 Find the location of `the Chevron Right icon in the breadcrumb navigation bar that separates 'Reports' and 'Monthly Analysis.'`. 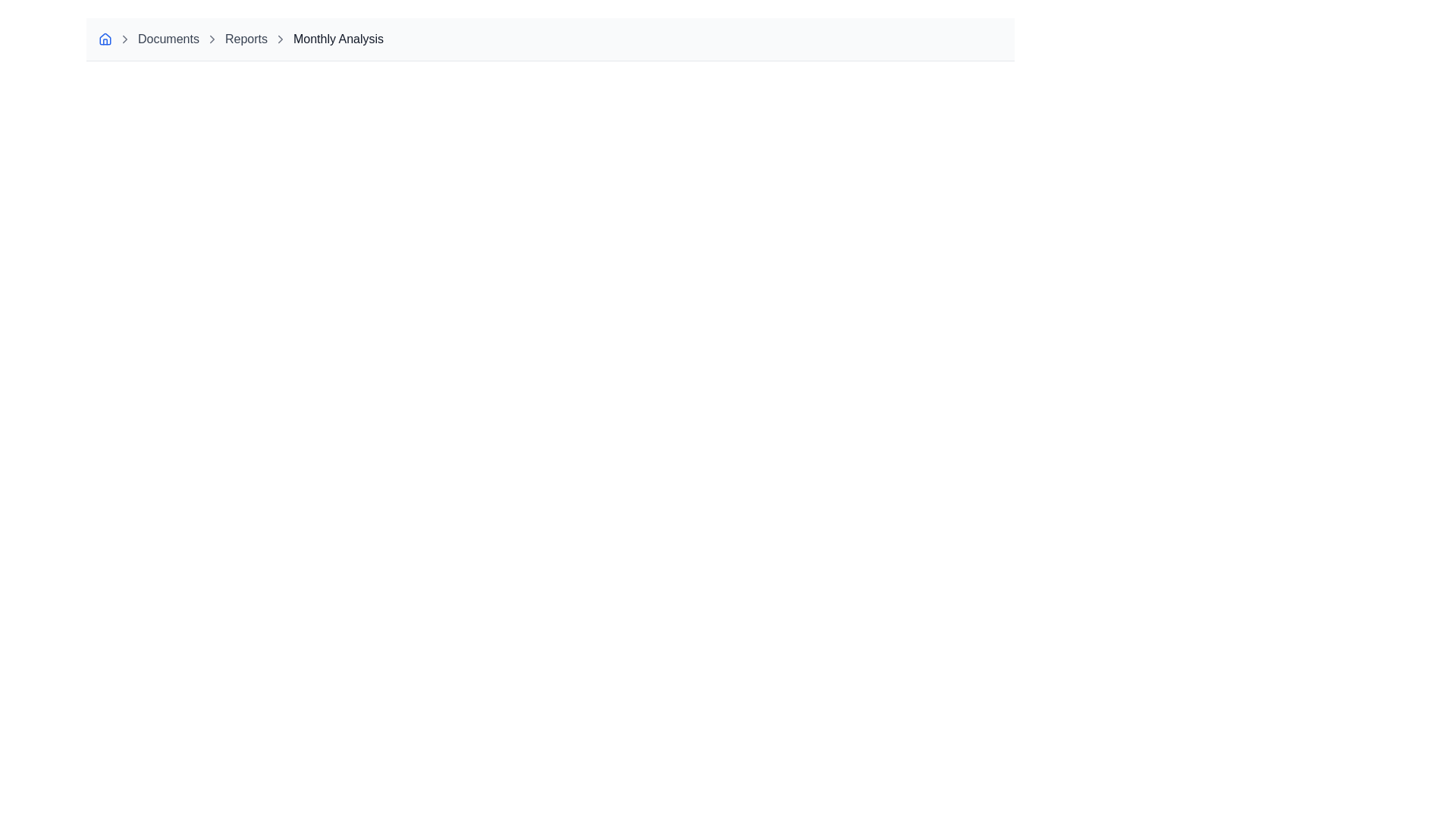

the Chevron Right icon in the breadcrumb navigation bar that separates 'Reports' and 'Monthly Analysis.' is located at coordinates (211, 38).